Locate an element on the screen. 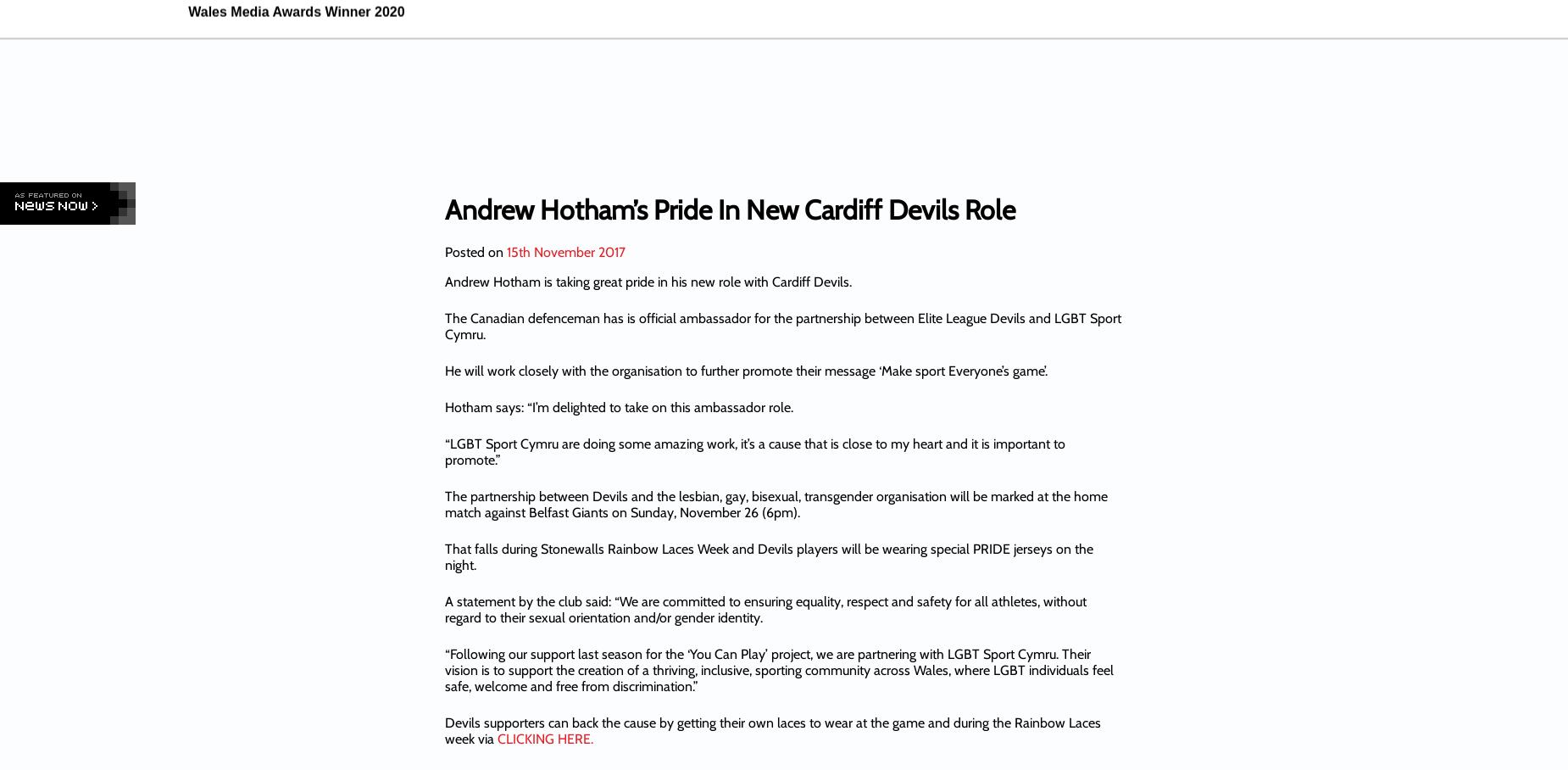 The image size is (1568, 770). 'Home' is located at coordinates (637, 95).